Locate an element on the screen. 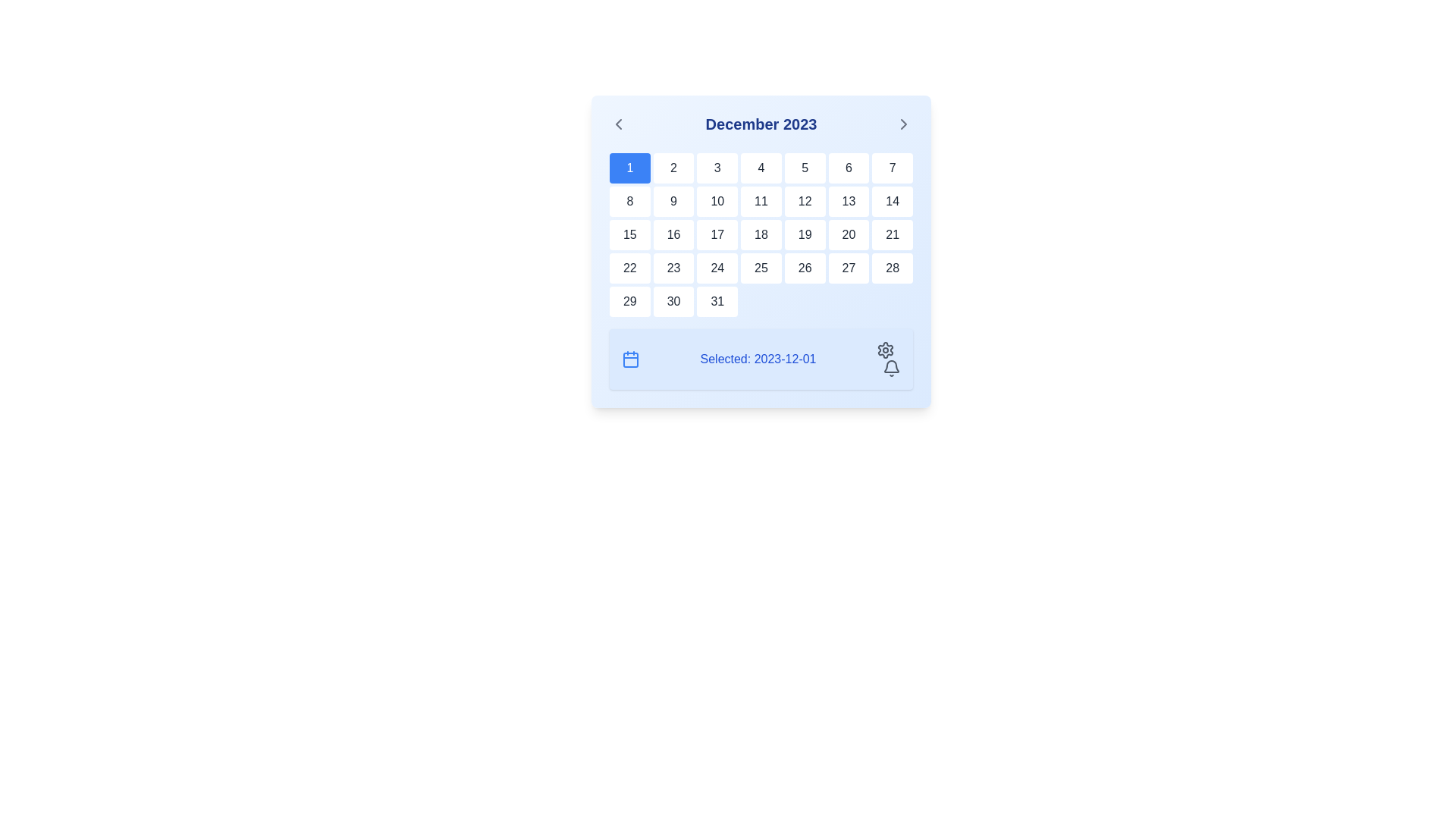  displayed text 'Selected: 2023-12-01' from the Informational panel with a light blue background and rounded borders, located below the calendar grid is located at coordinates (761, 359).